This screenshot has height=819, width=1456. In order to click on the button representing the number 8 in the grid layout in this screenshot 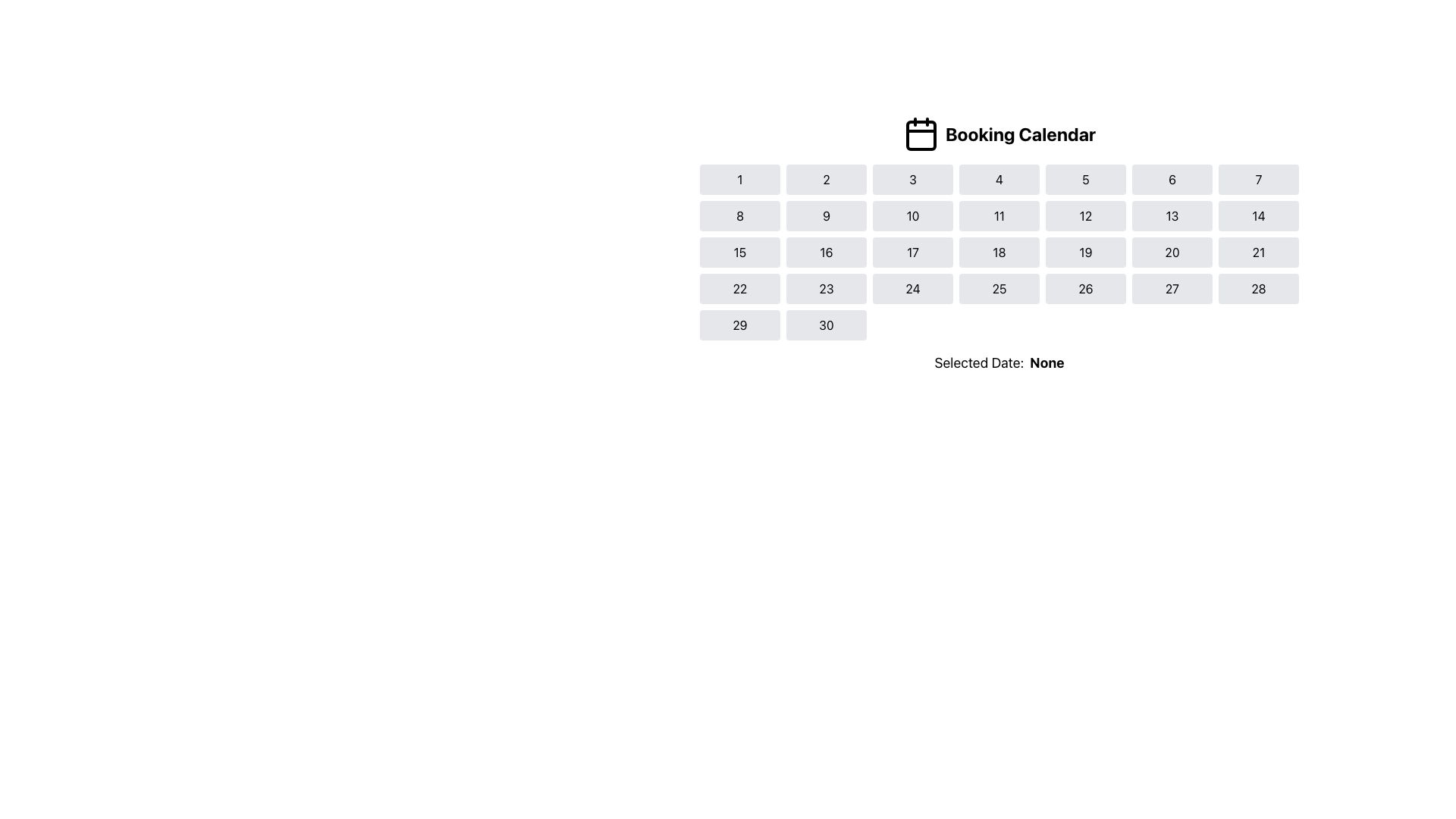, I will do `click(739, 216)`.